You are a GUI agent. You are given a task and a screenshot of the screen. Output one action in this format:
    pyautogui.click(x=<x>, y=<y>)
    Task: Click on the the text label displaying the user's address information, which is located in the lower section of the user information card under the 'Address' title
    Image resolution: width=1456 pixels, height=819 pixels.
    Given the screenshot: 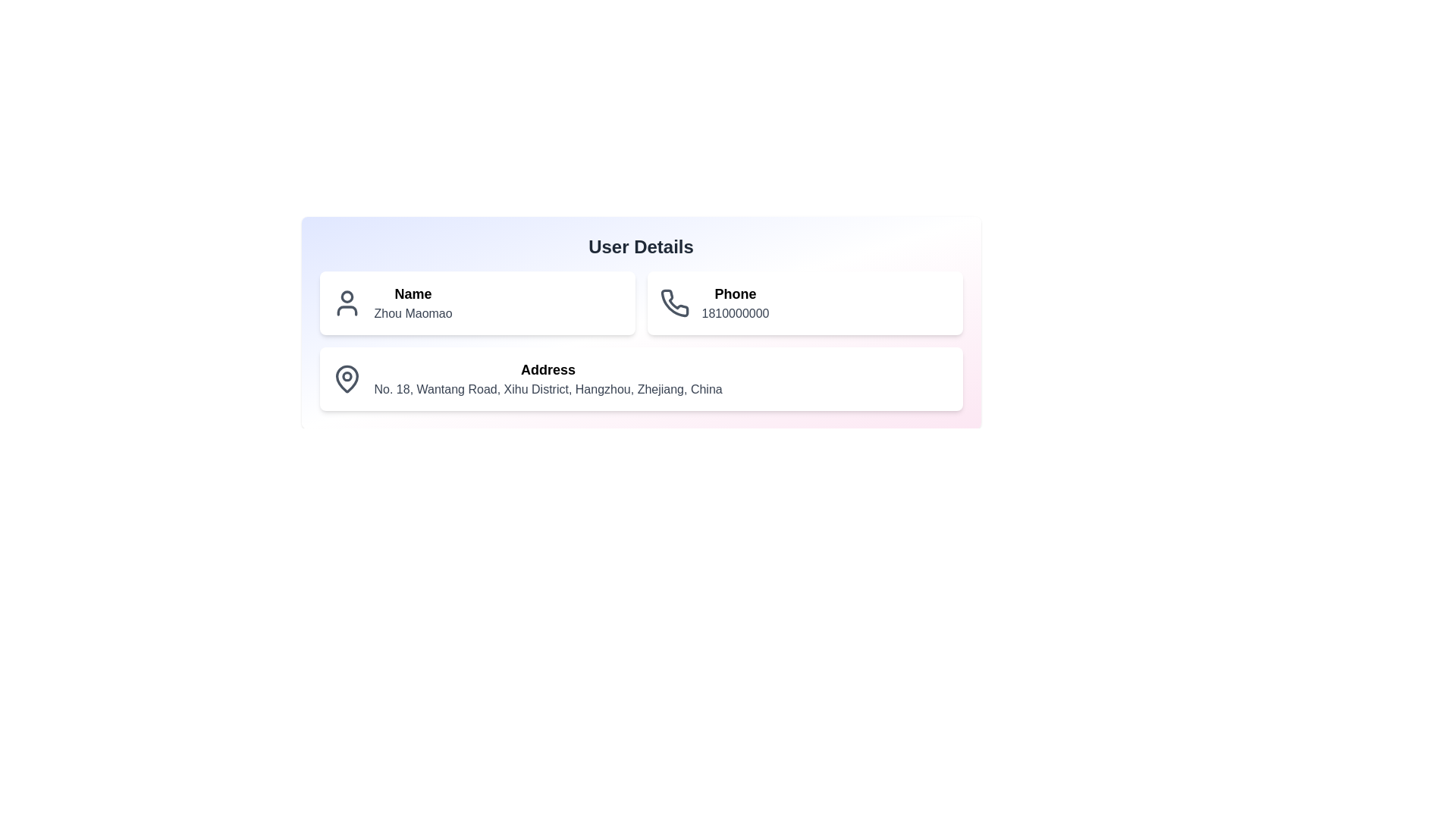 What is the action you would take?
    pyautogui.click(x=548, y=388)
    